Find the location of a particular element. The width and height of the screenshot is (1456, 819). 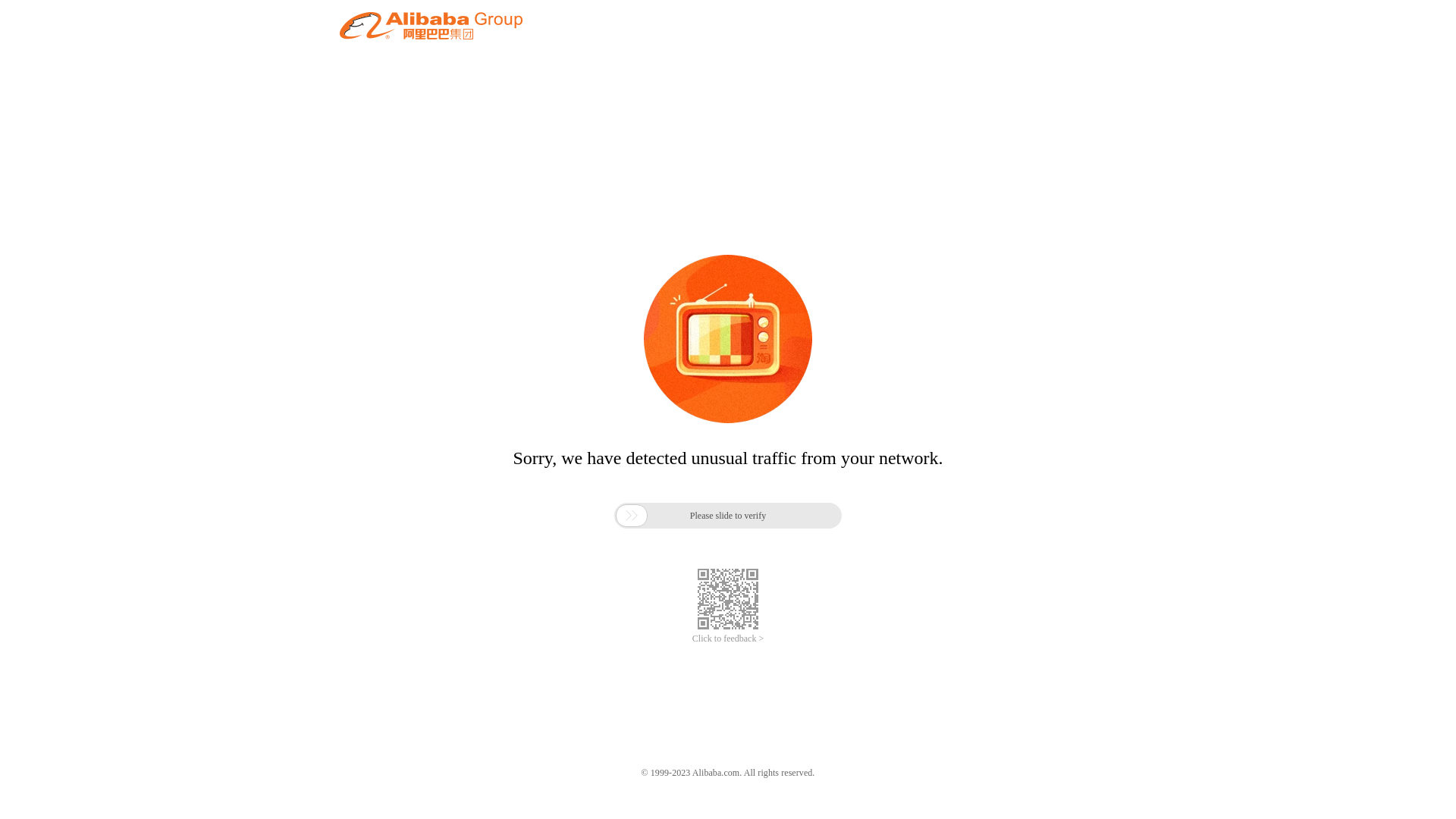

'Click to feedback >' is located at coordinates (691, 639).